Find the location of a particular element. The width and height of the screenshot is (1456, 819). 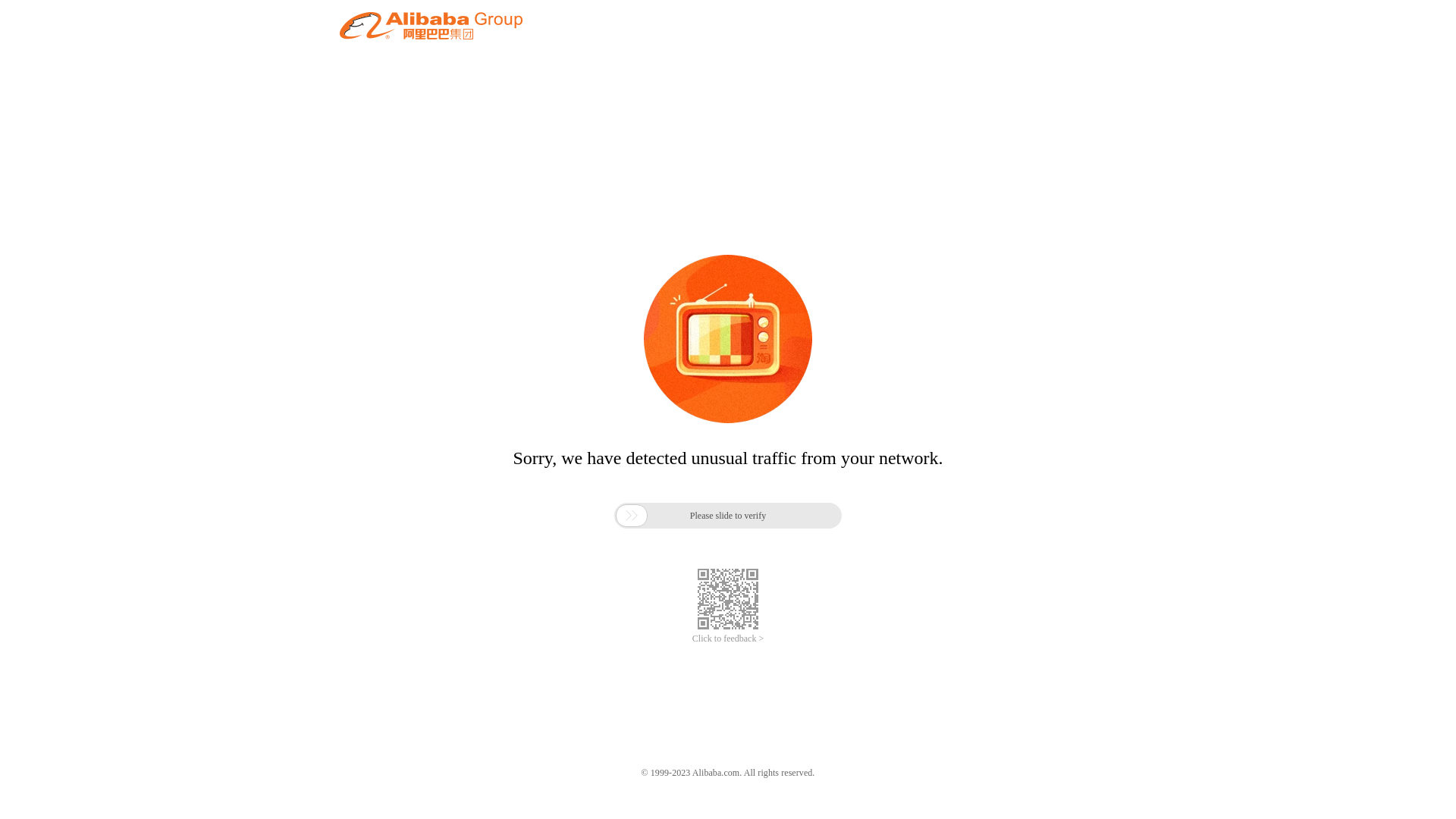

'Click to feedback >' is located at coordinates (691, 639).